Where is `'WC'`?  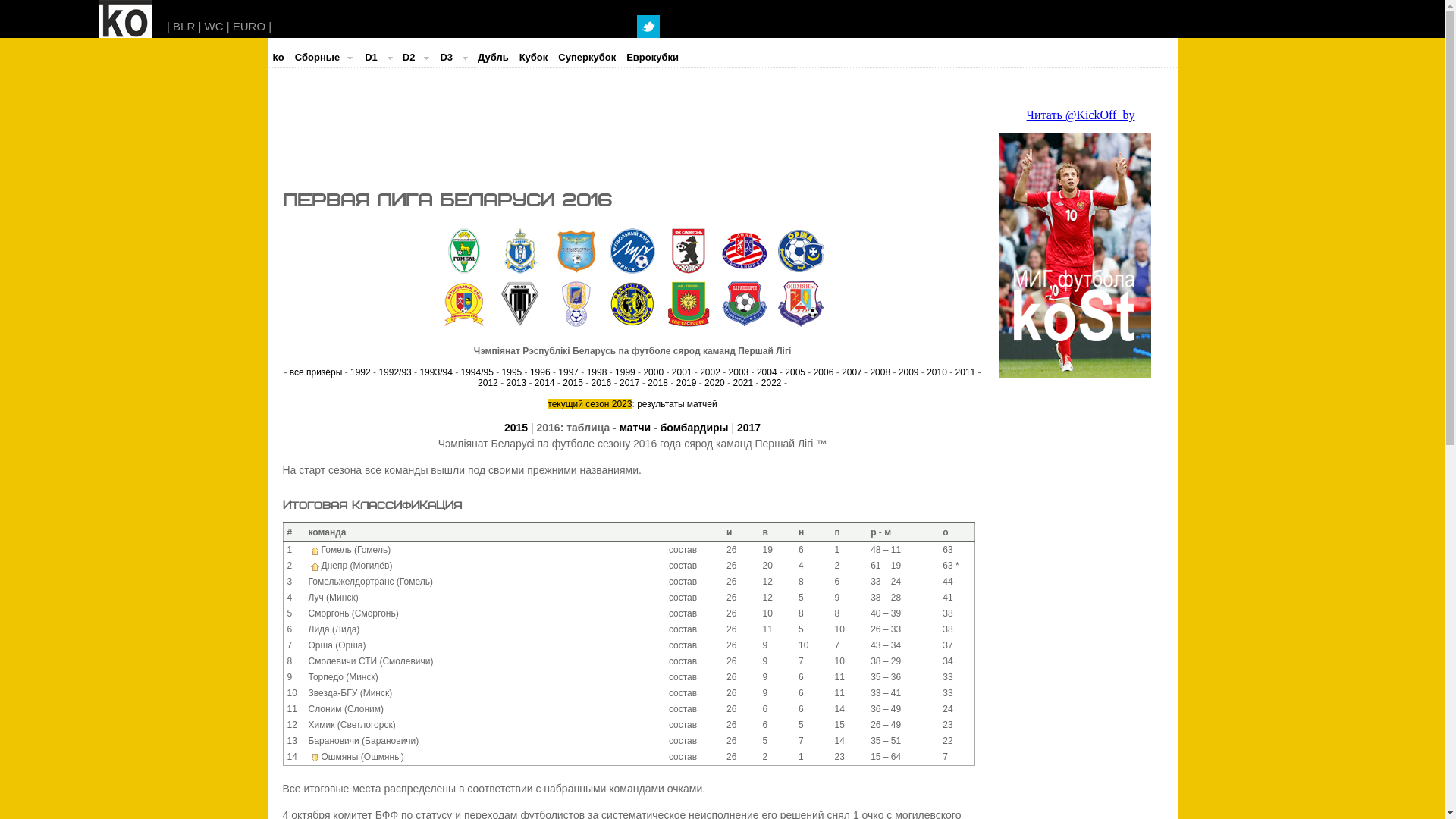
'WC' is located at coordinates (213, 26).